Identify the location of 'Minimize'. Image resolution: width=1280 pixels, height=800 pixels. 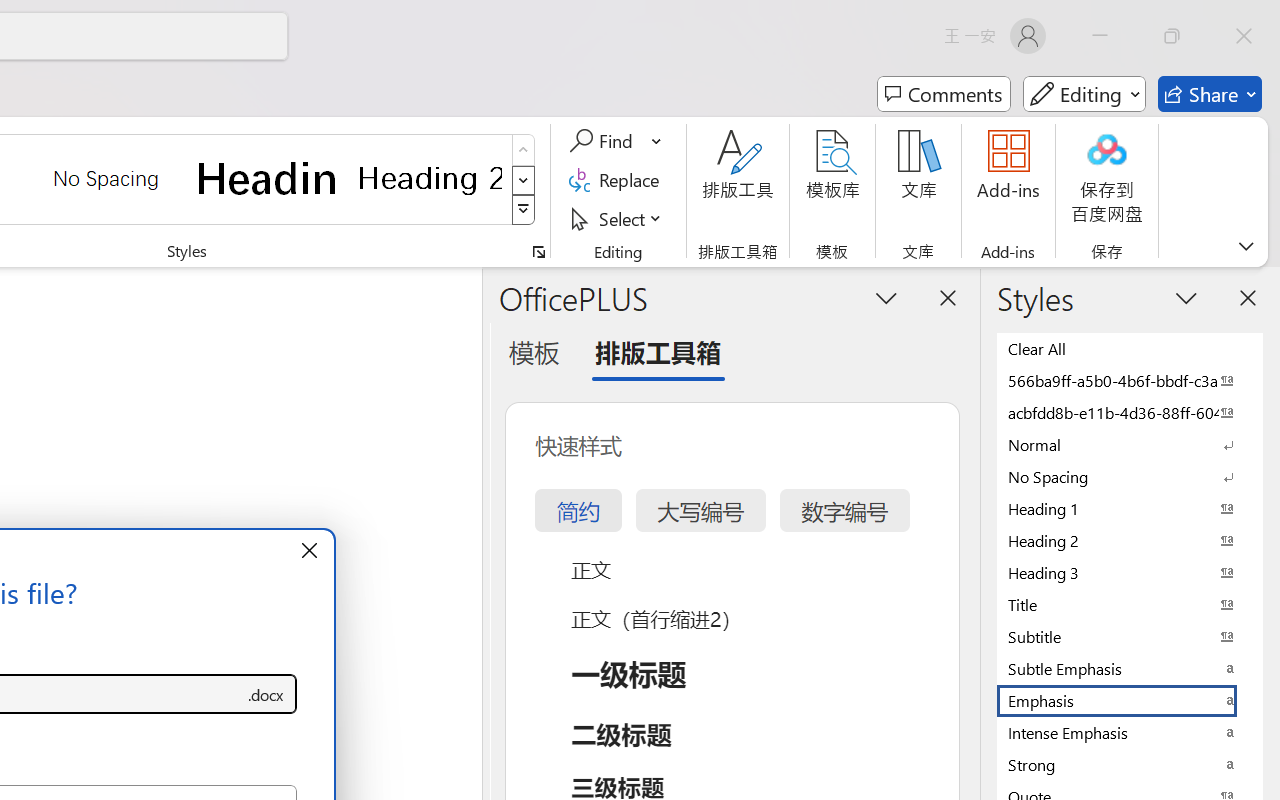
(1099, 35).